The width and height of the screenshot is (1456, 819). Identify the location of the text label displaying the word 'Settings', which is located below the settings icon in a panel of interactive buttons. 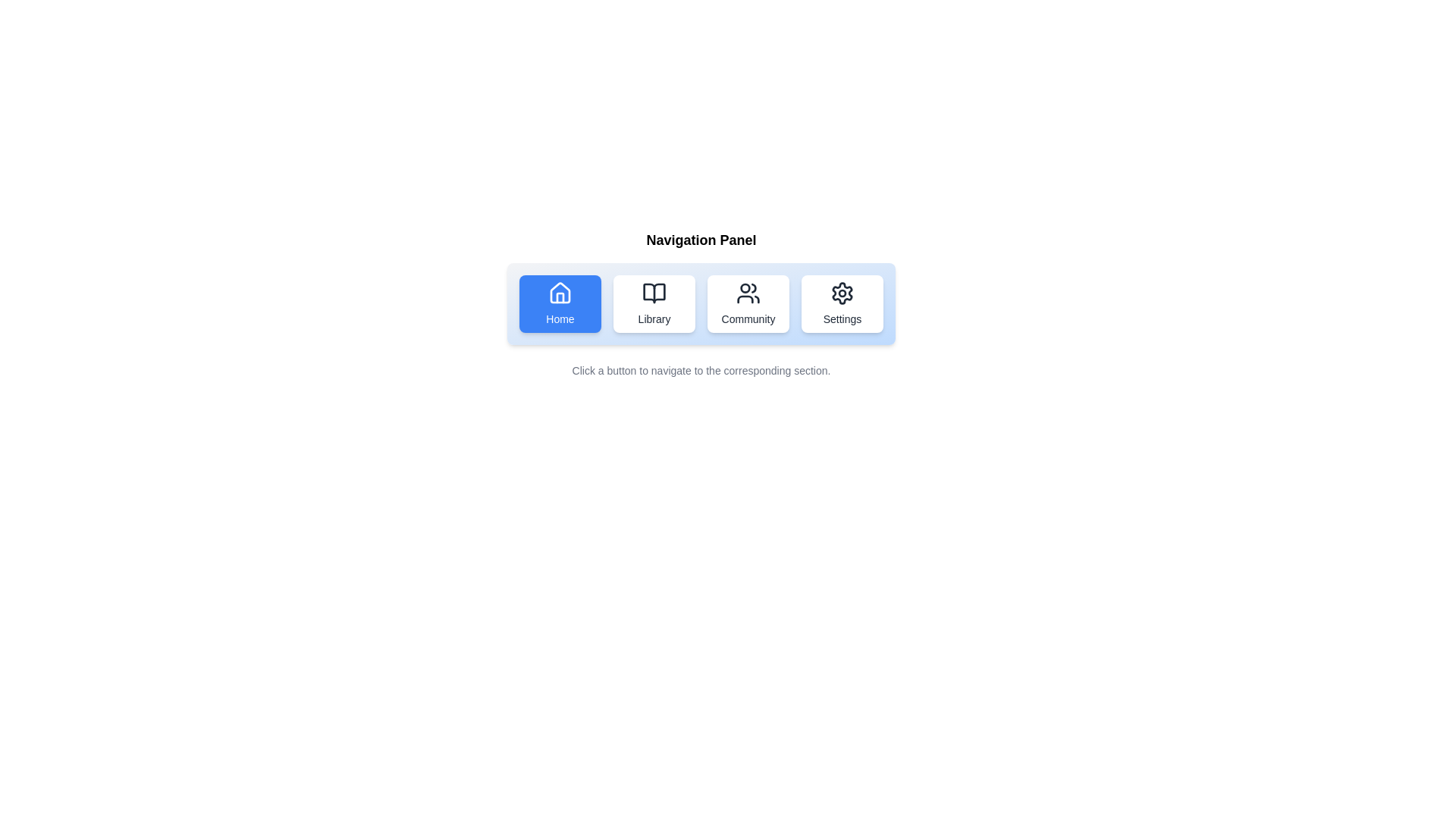
(841, 318).